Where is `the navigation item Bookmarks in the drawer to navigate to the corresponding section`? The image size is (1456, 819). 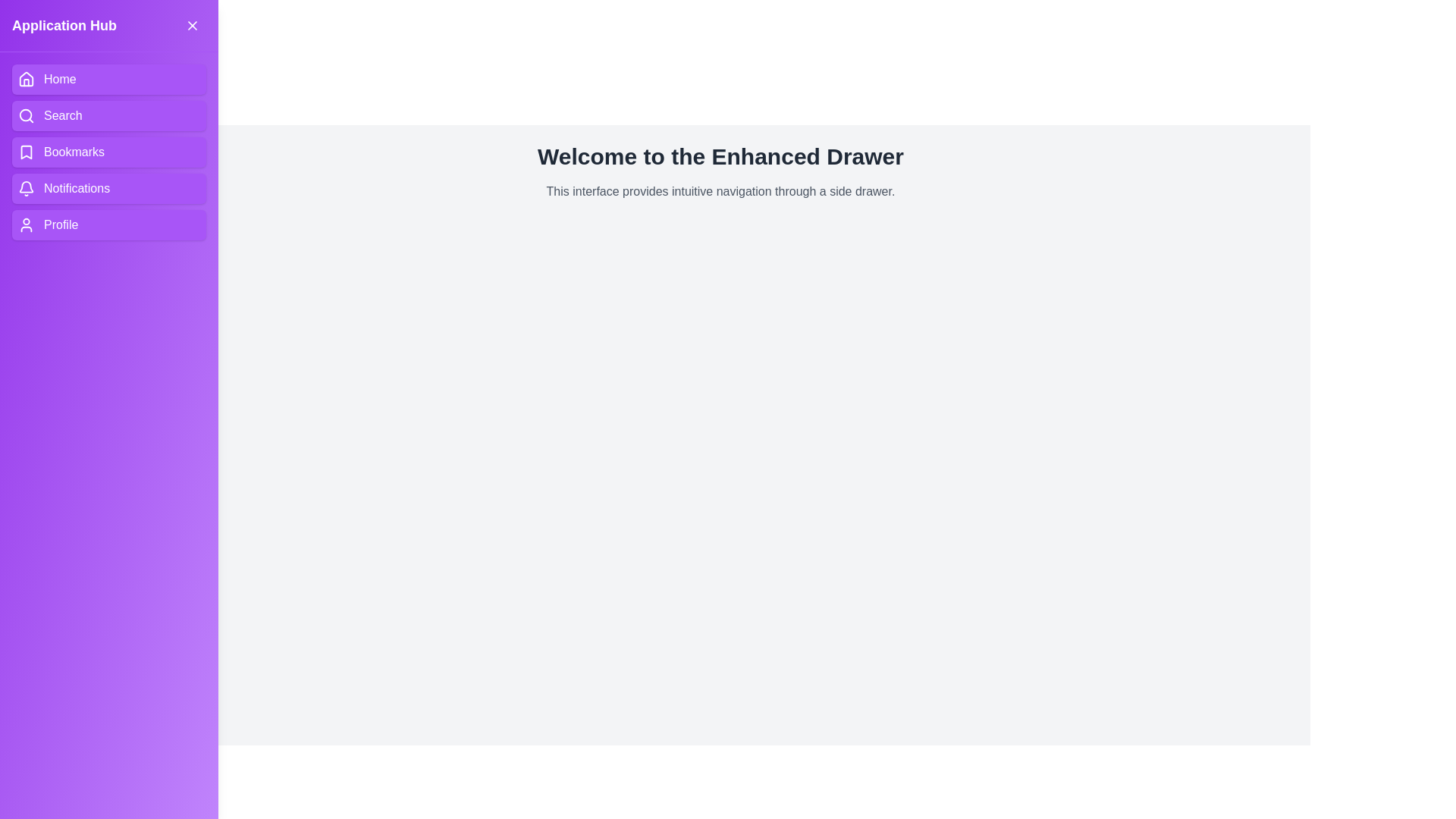
the navigation item Bookmarks in the drawer to navigate to the corresponding section is located at coordinates (108, 152).